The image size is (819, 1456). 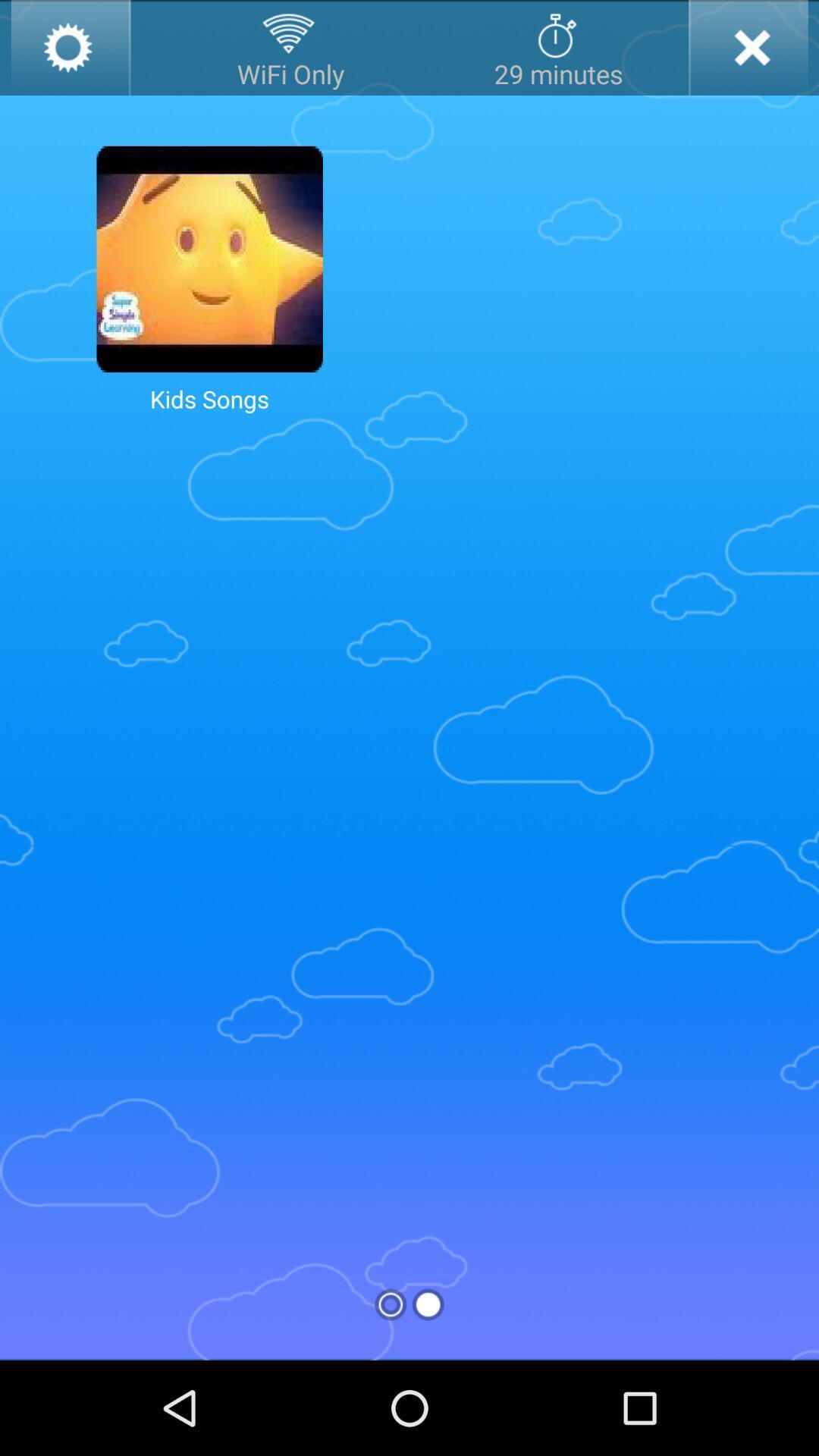 I want to click on app, so click(x=747, y=47).